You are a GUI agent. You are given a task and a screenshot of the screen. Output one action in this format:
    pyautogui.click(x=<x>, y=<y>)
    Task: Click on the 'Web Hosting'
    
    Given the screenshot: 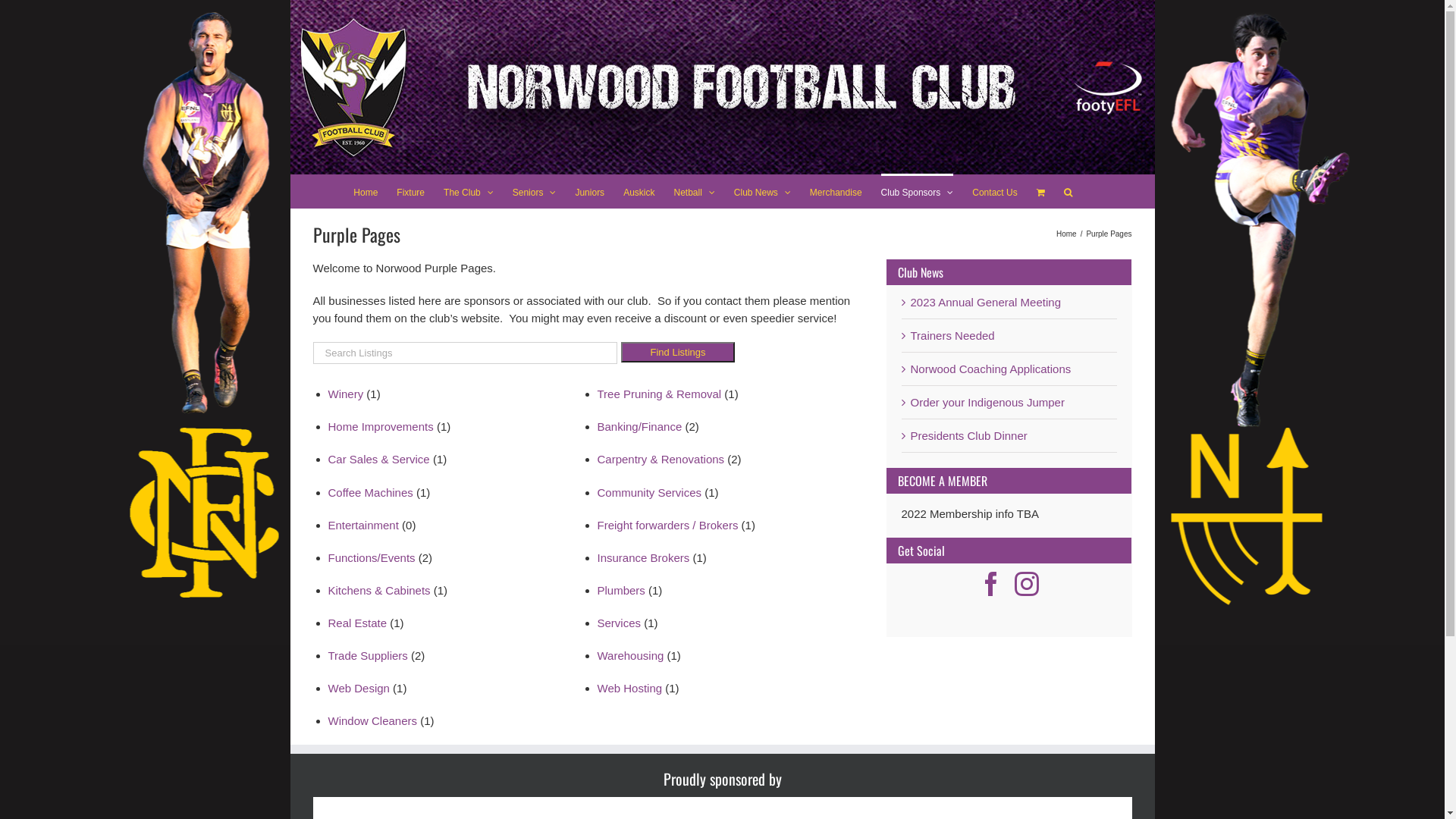 What is the action you would take?
    pyautogui.click(x=629, y=688)
    